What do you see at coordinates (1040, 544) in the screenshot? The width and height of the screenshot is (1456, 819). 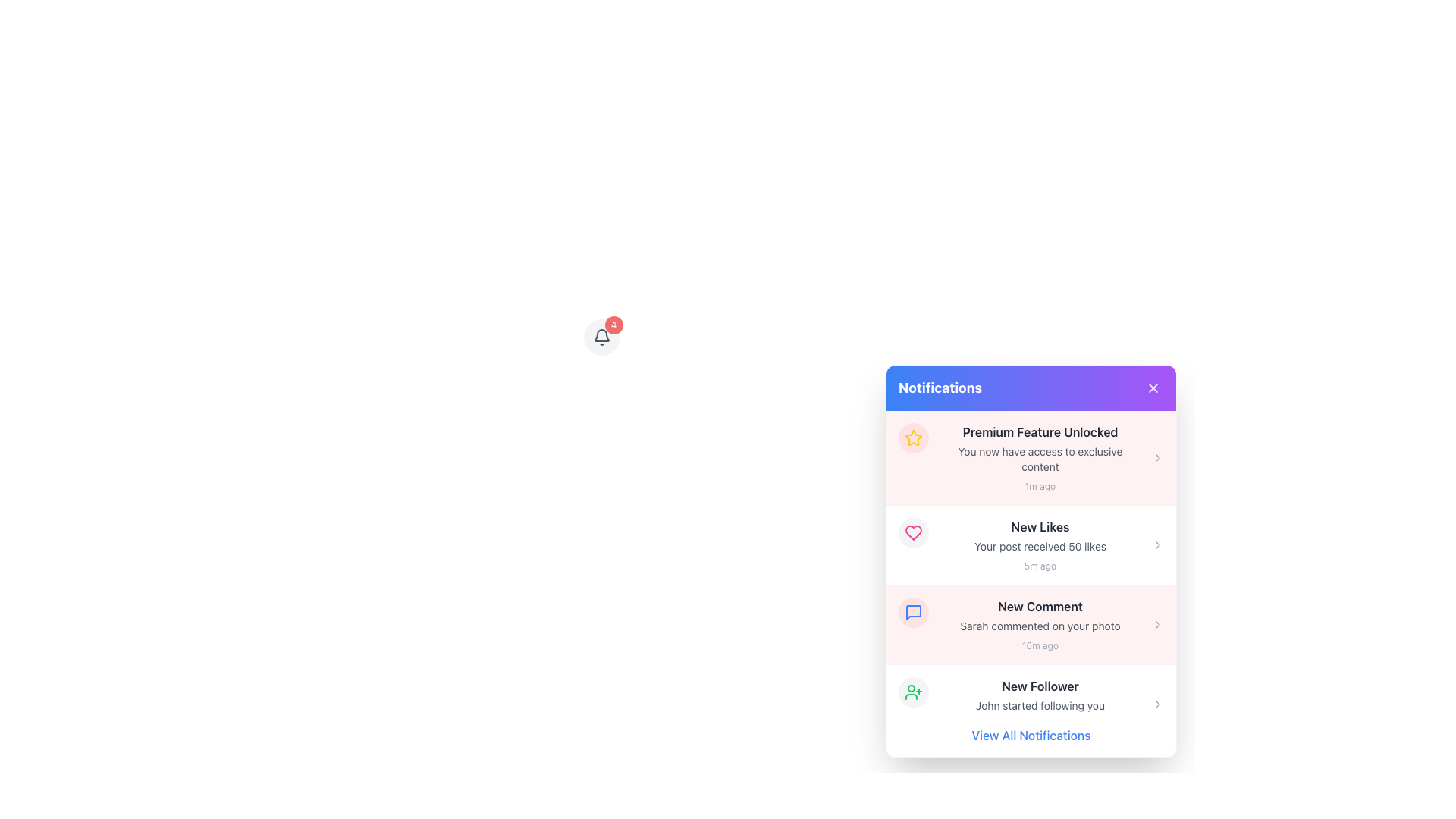 I see `the notification card displaying 'New Likes' which is the second notification in the list, centered within the notifications panel` at bounding box center [1040, 544].